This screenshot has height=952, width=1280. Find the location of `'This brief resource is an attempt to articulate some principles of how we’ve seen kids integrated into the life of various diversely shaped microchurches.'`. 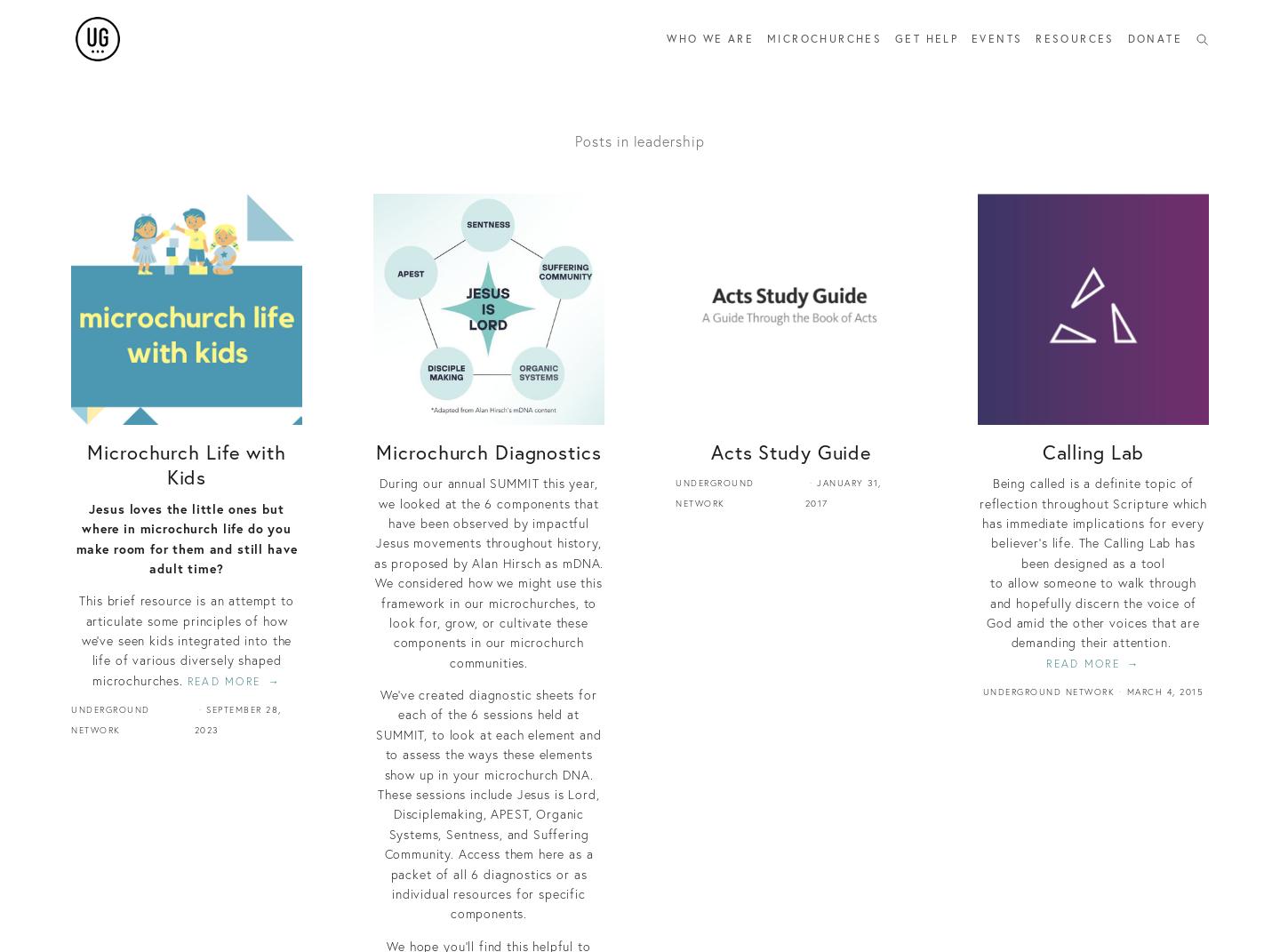

'This brief resource is an attempt to articulate some principles of how we’ve seen kids integrated into the life of various diversely shaped microchurches.' is located at coordinates (186, 640).